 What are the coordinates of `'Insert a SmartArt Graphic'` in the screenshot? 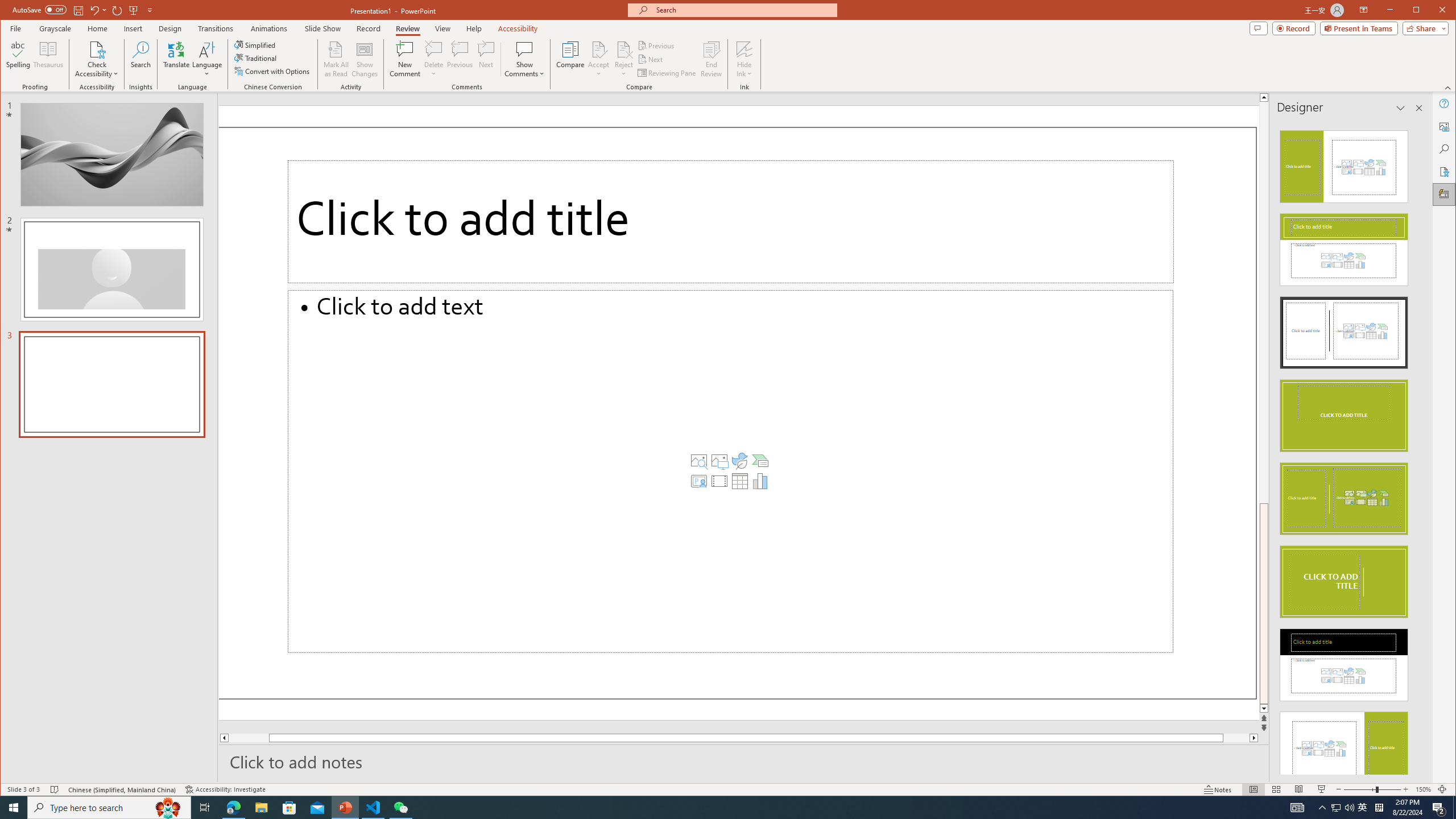 It's located at (760, 460).